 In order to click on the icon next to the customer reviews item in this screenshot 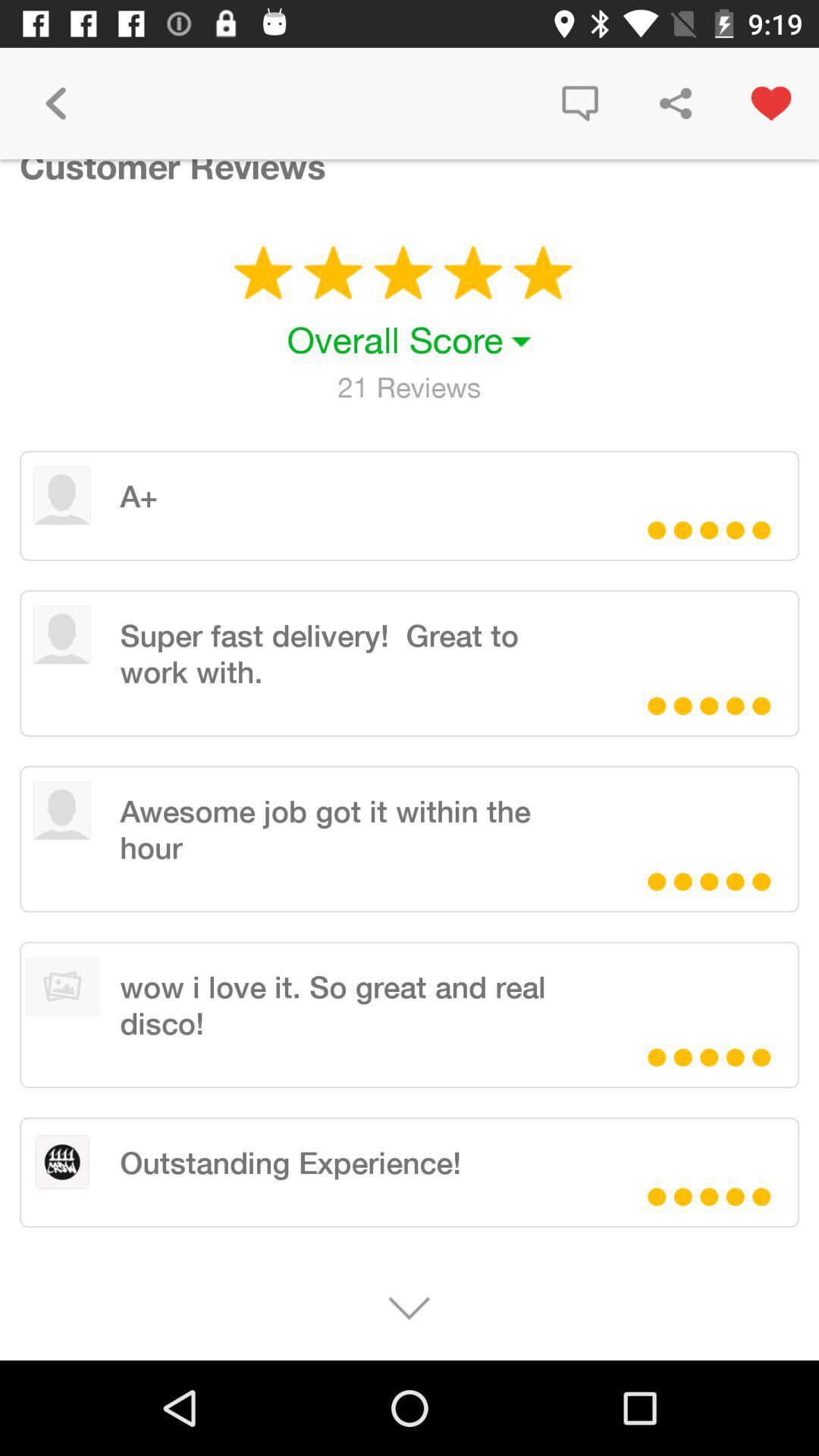, I will do `click(579, 102)`.